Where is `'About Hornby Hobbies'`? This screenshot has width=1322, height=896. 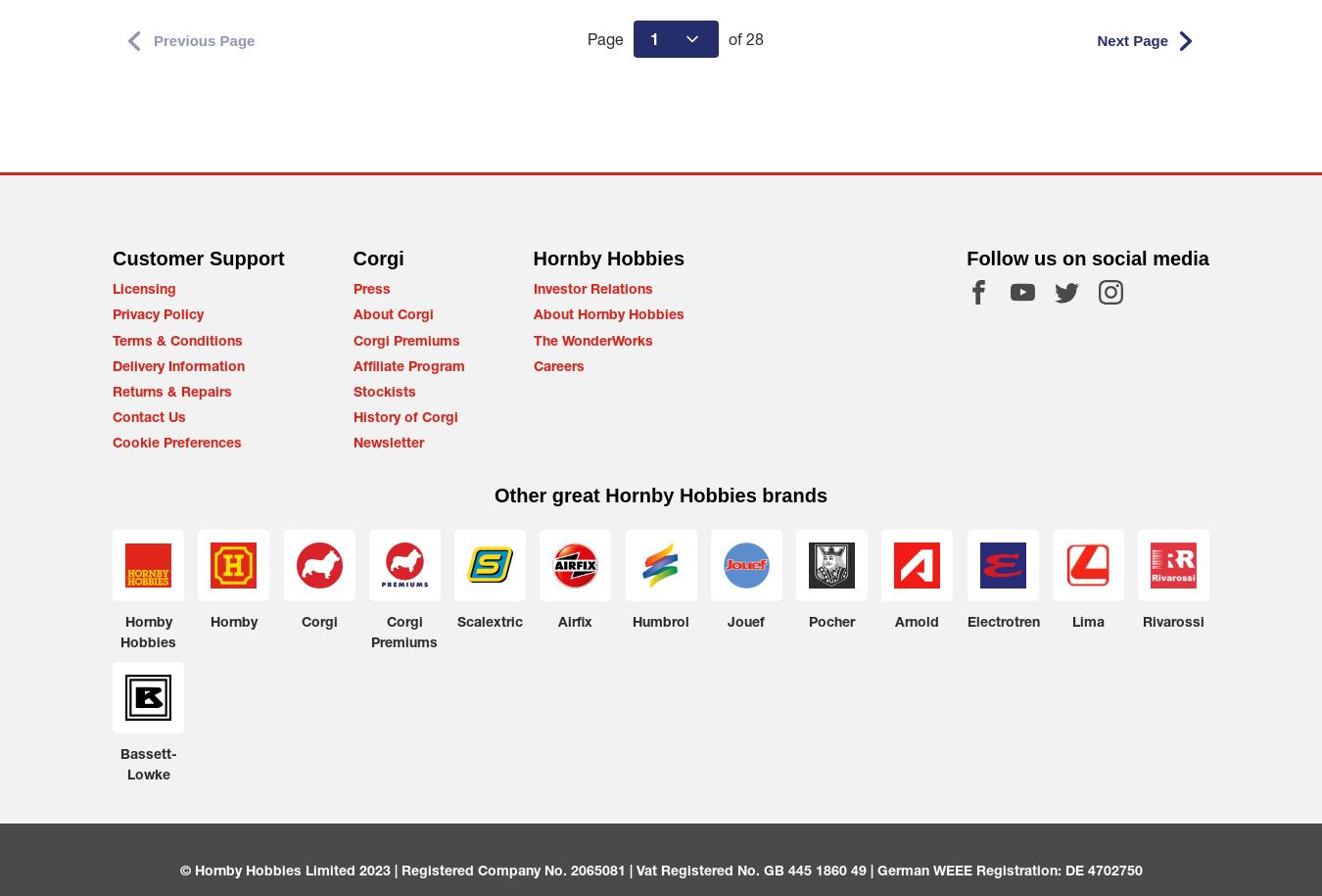 'About Hornby Hobbies' is located at coordinates (608, 313).